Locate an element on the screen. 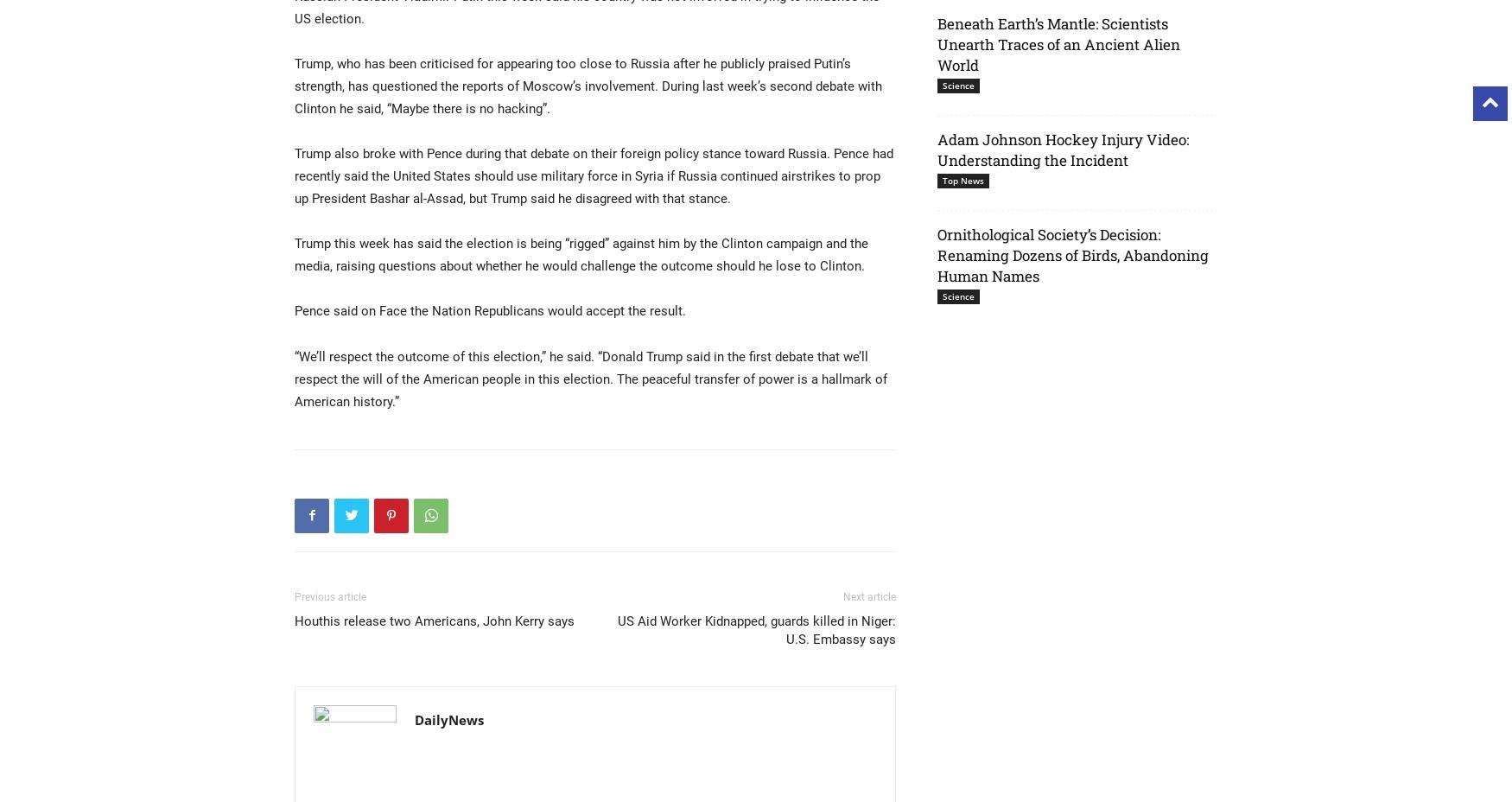 This screenshot has height=802, width=1512. 'DailyNews' is located at coordinates (448, 719).